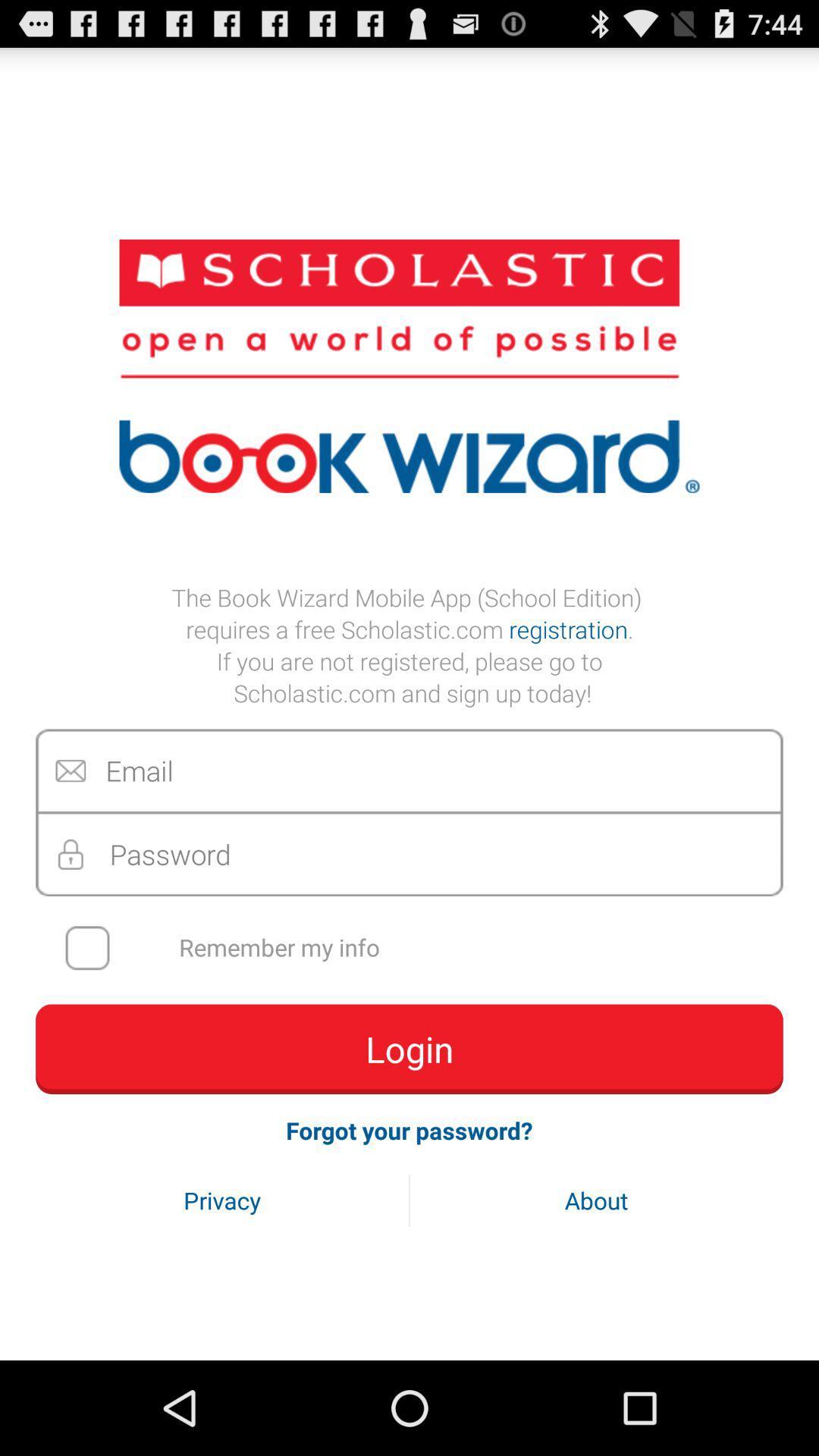  I want to click on the about at the bottom right corner, so click(595, 1200).